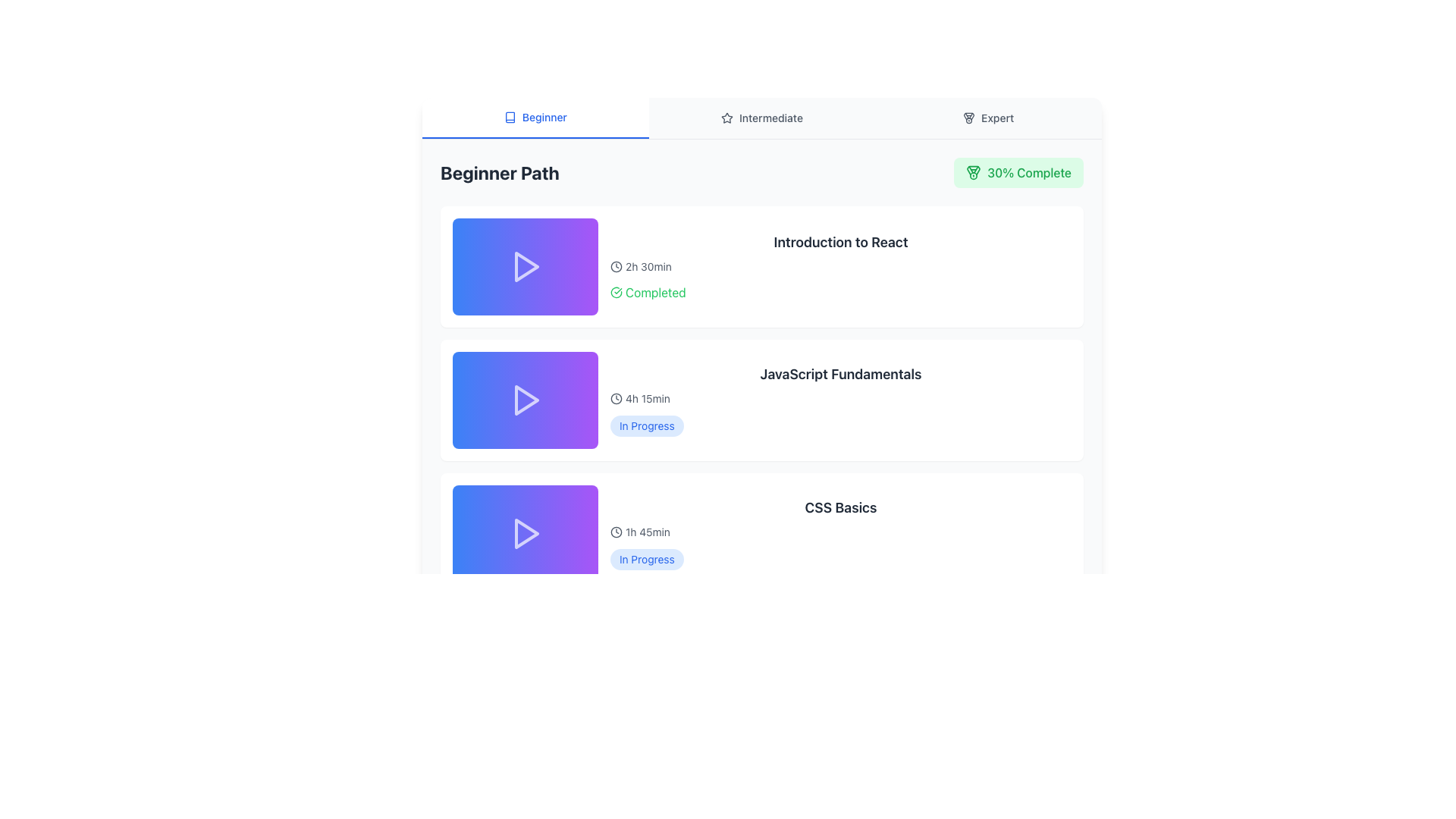 The image size is (1456, 819). What do you see at coordinates (726, 117) in the screenshot?
I see `the star-shaped icon located in the top-central navigation bar, immediately before the text 'Intermediate'` at bounding box center [726, 117].